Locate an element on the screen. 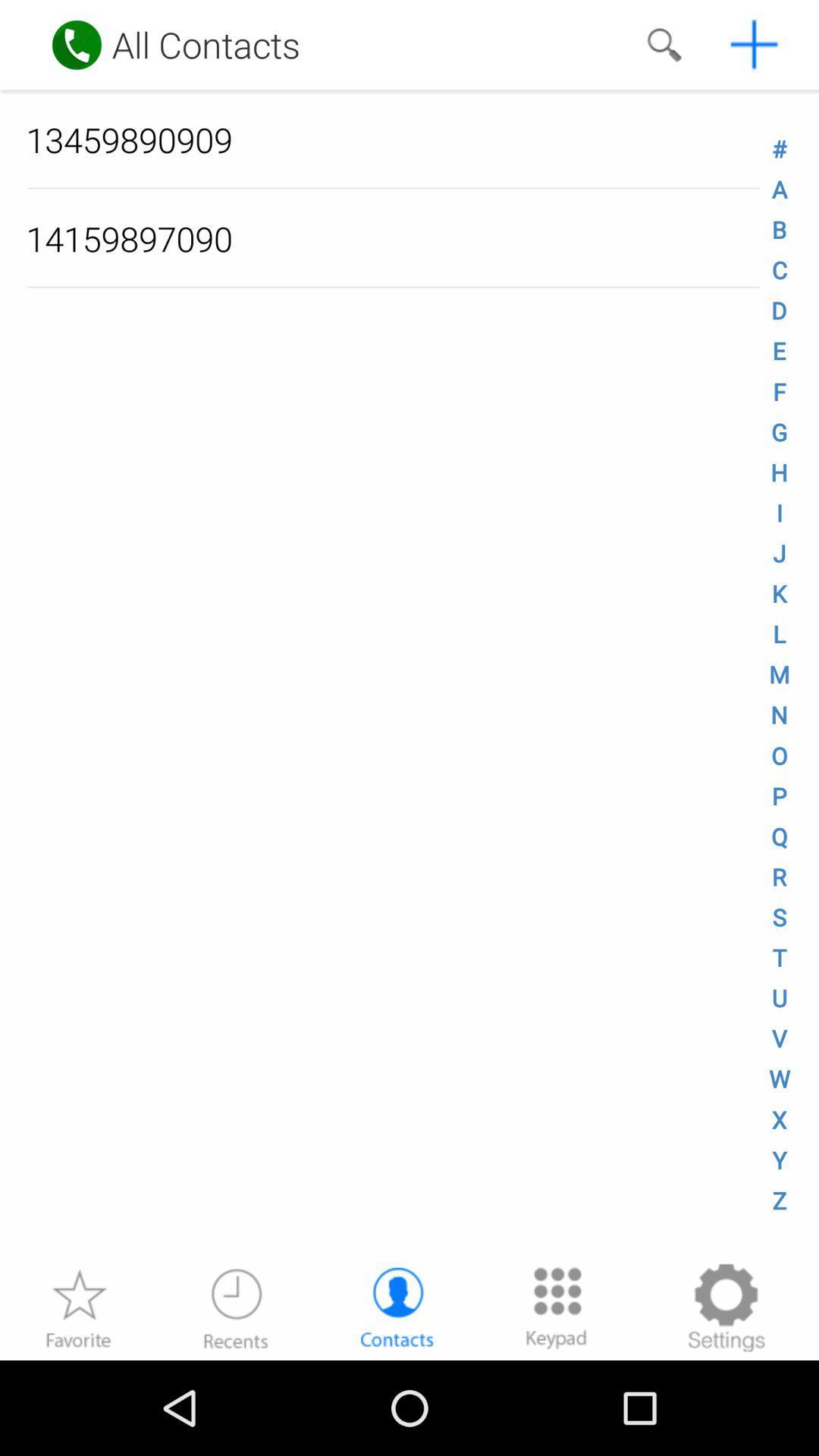 The image size is (819, 1456). as favorite is located at coordinates (78, 1307).